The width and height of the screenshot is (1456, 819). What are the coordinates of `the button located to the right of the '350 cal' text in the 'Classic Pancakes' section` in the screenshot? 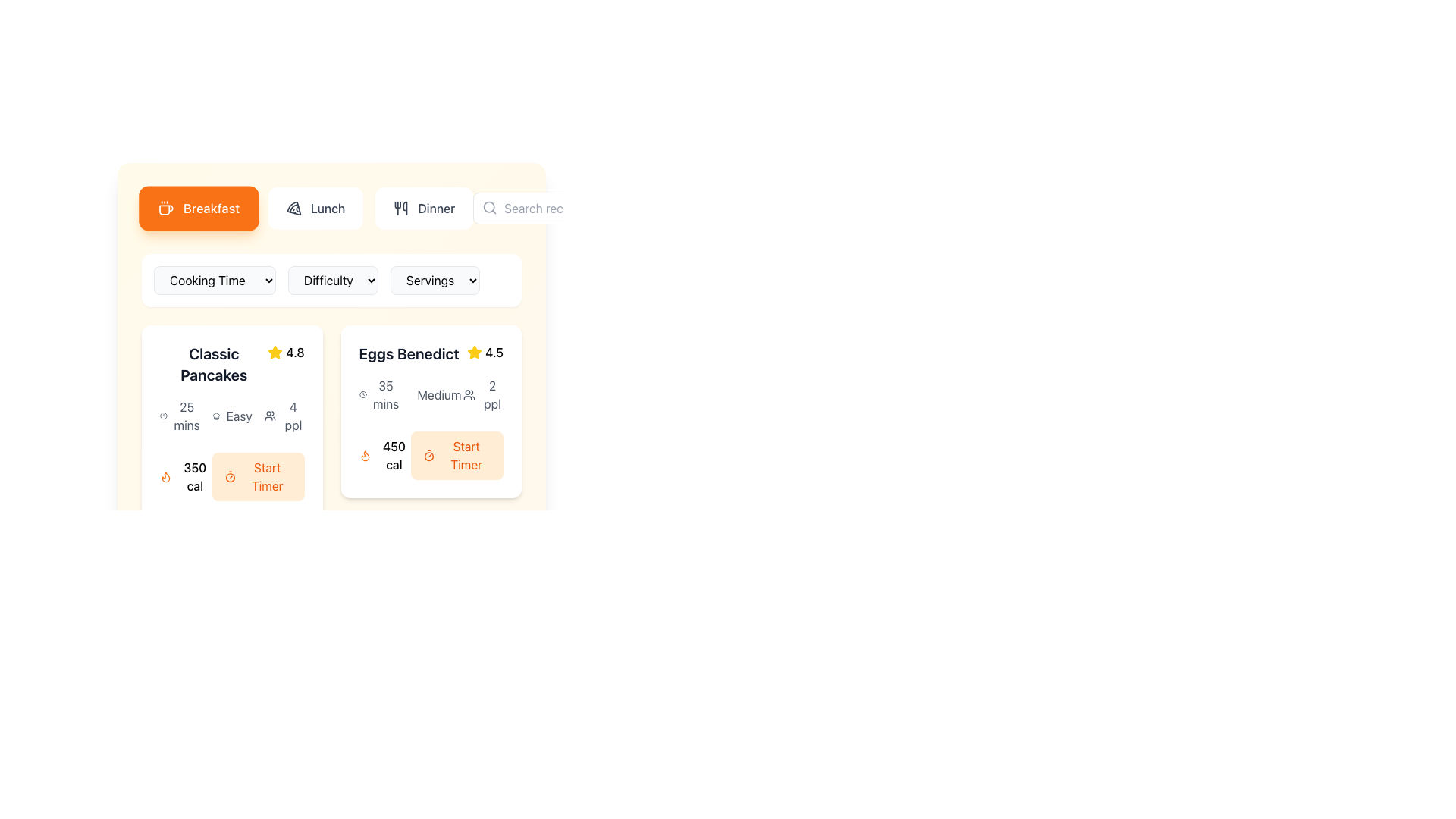 It's located at (258, 475).